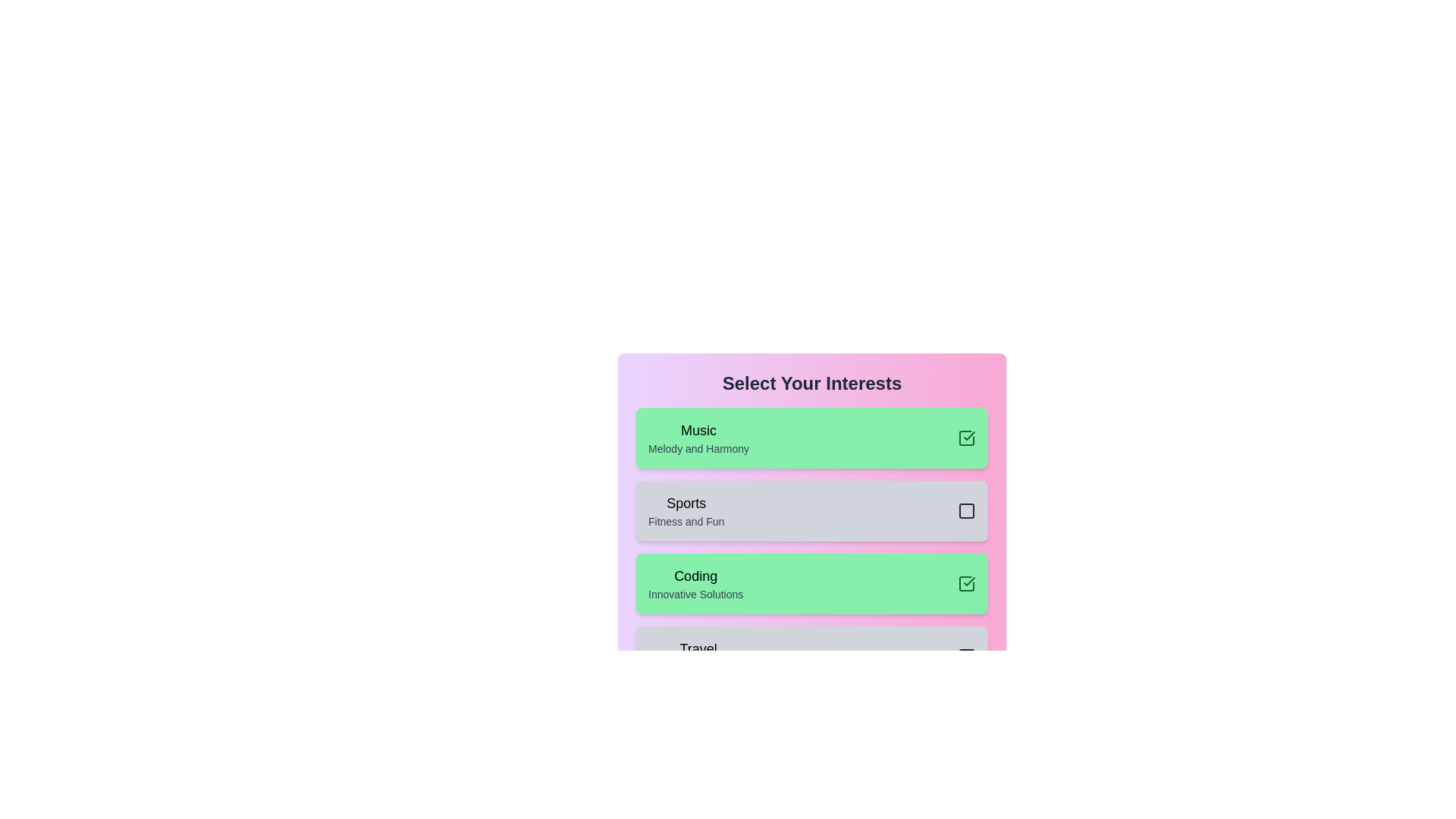 Image resolution: width=1456 pixels, height=819 pixels. I want to click on the 'Select Your Interests' heading, so click(811, 382).